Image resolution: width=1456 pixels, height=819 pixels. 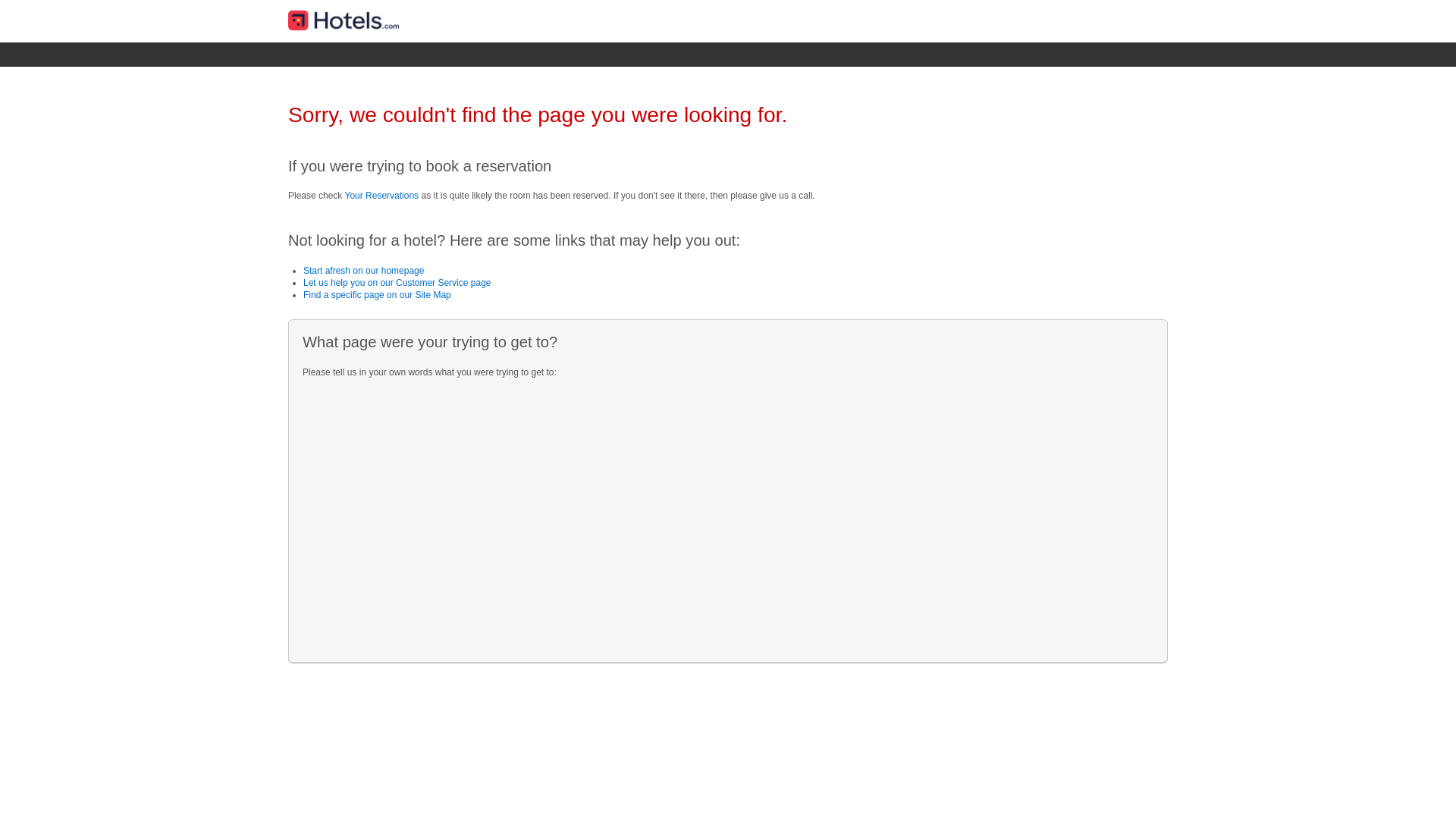 I want to click on 'Find a specific page on our Site Map', so click(x=377, y=295).